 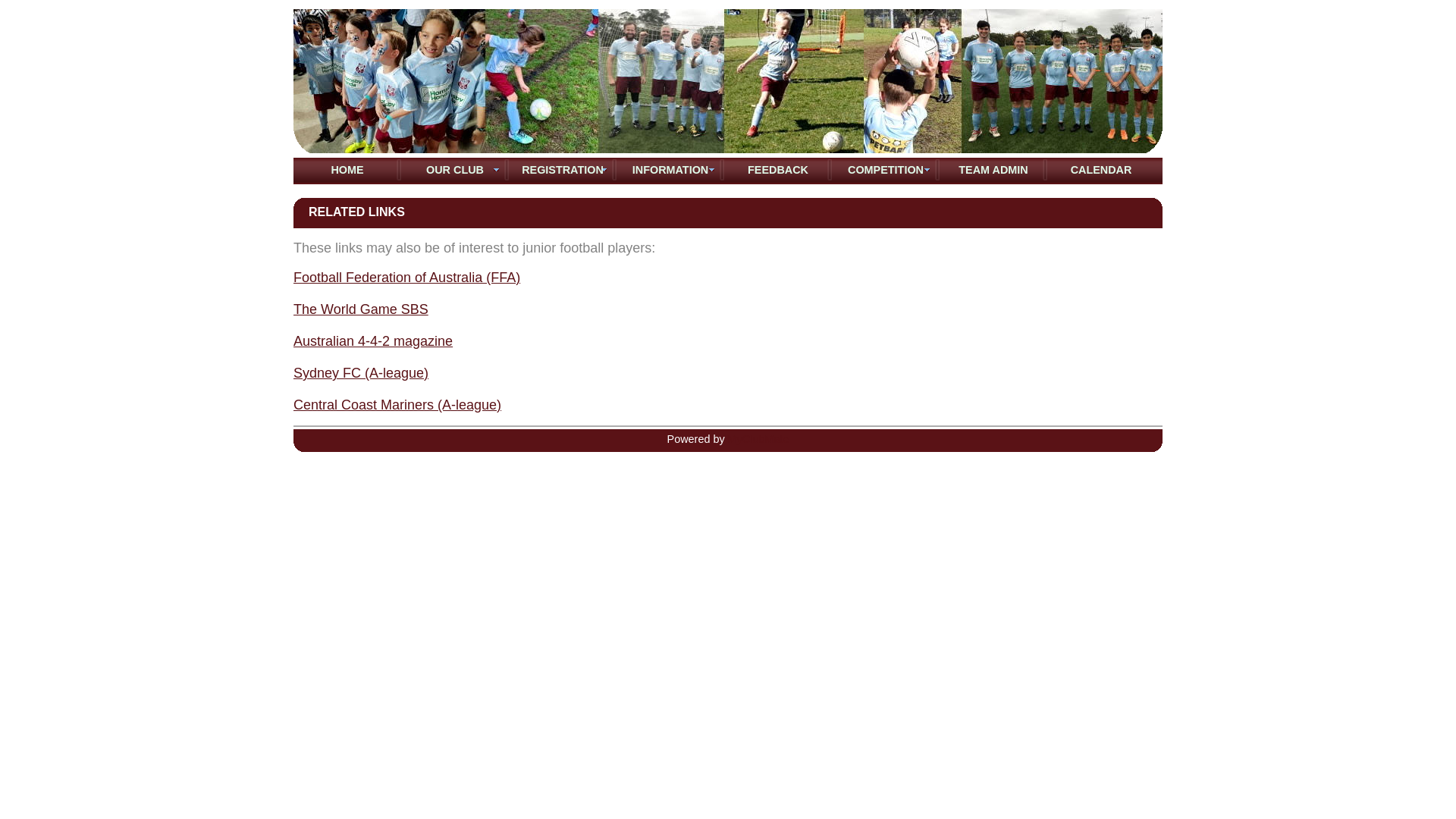 What do you see at coordinates (993, 169) in the screenshot?
I see `'TEAM ADMIN'` at bounding box center [993, 169].